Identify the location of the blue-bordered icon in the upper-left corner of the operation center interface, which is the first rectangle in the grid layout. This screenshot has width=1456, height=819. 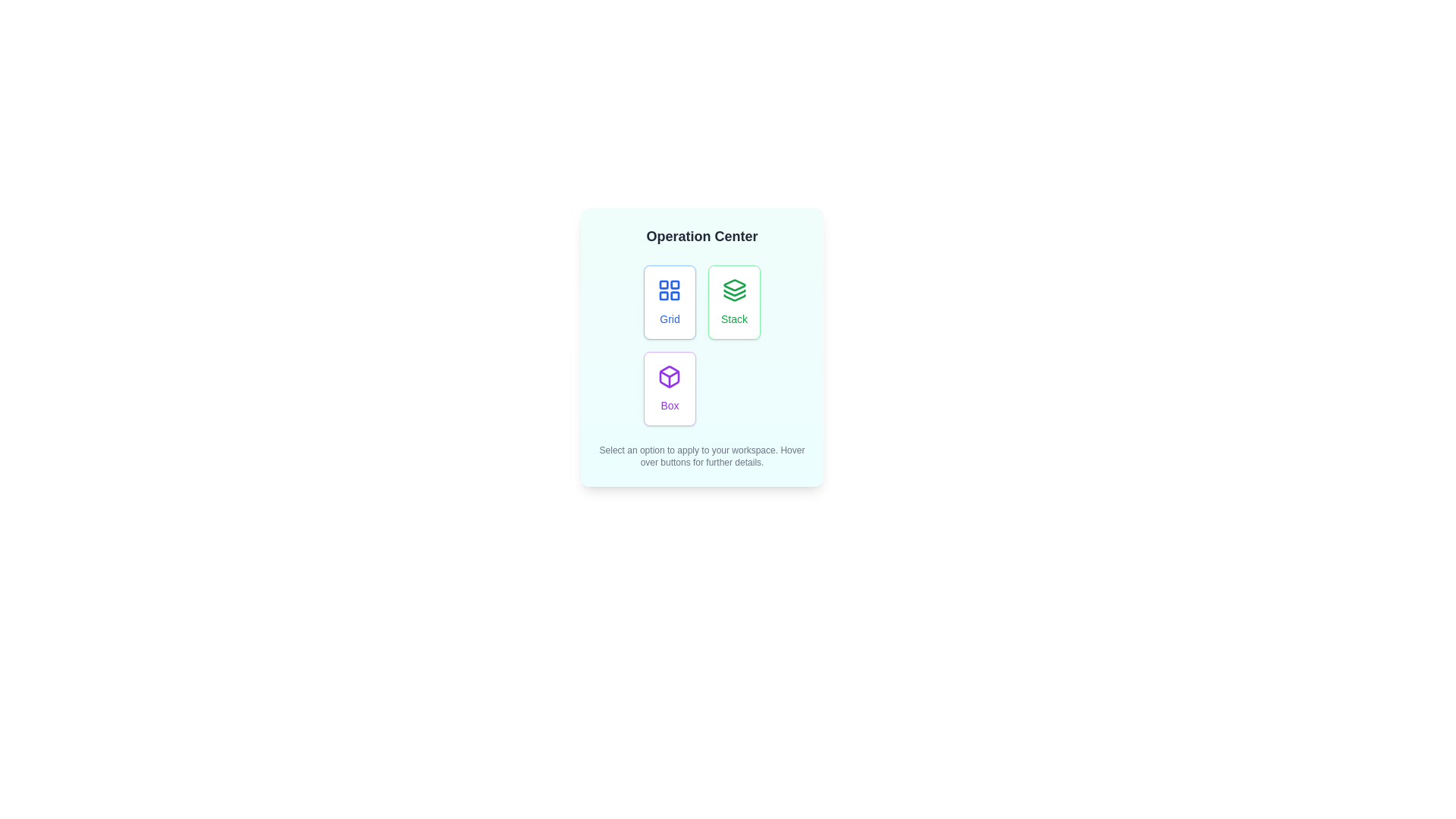
(664, 284).